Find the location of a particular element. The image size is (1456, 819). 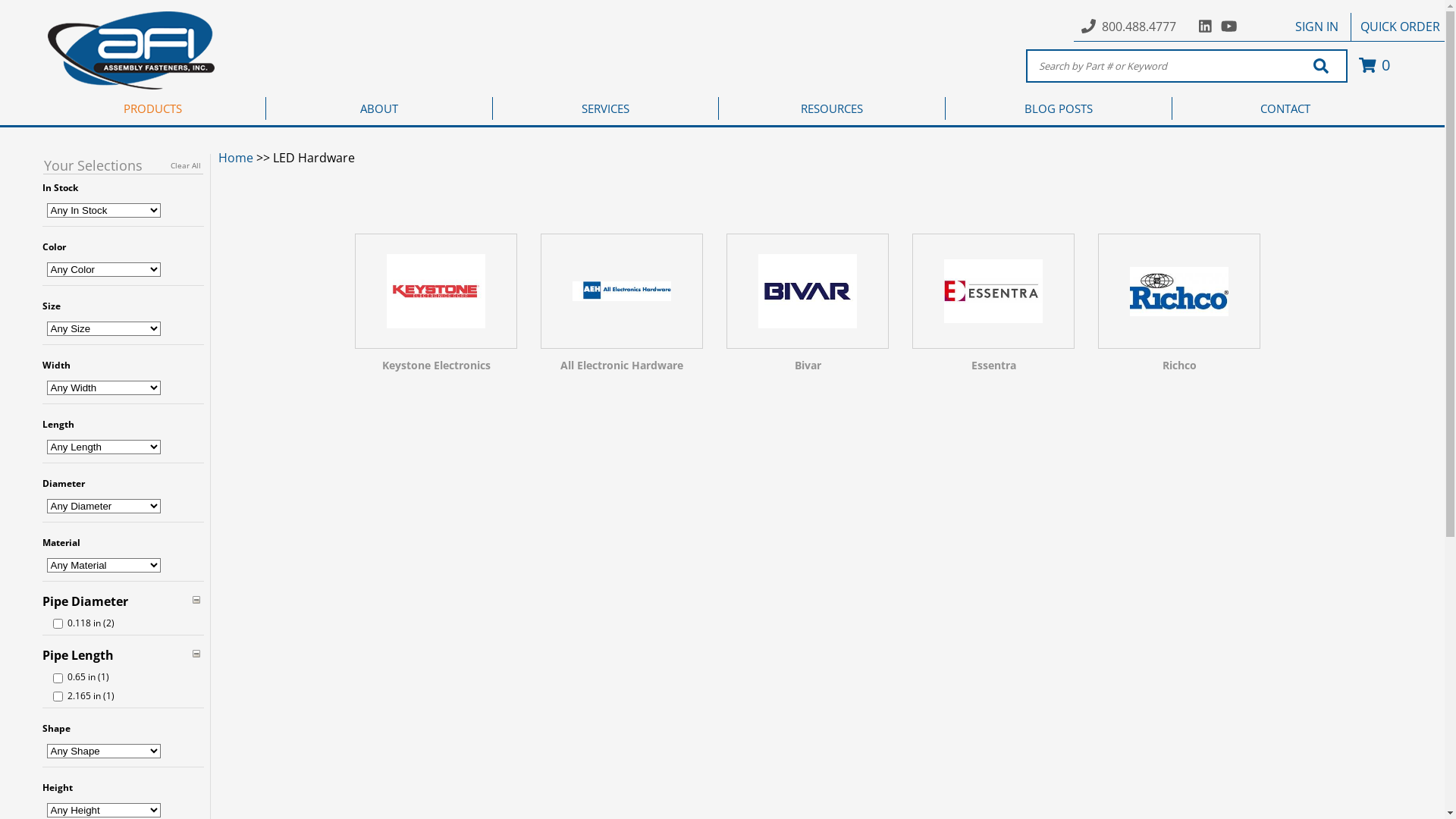

'SERVICES' is located at coordinates (605, 107).